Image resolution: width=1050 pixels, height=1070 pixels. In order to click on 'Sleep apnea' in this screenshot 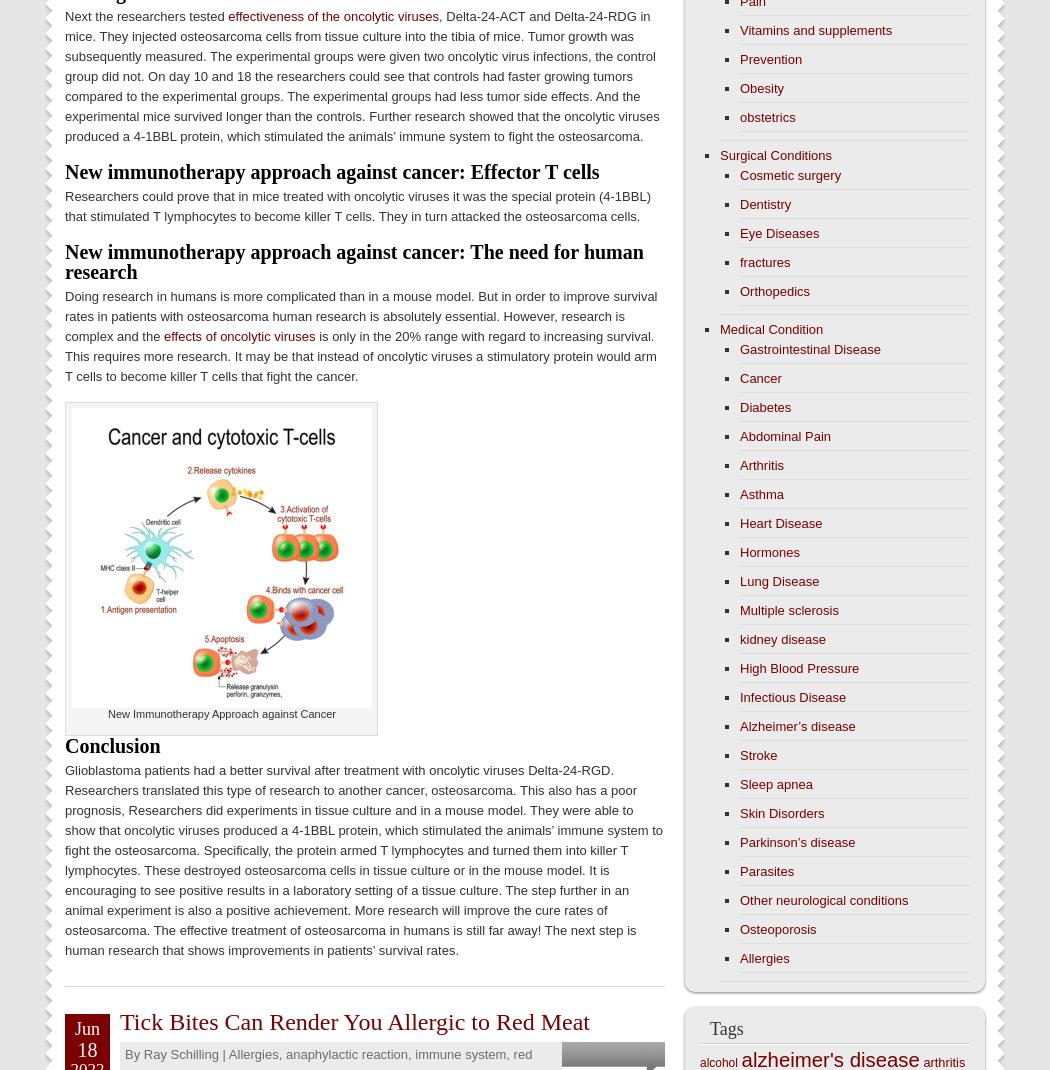, I will do `click(776, 783)`.